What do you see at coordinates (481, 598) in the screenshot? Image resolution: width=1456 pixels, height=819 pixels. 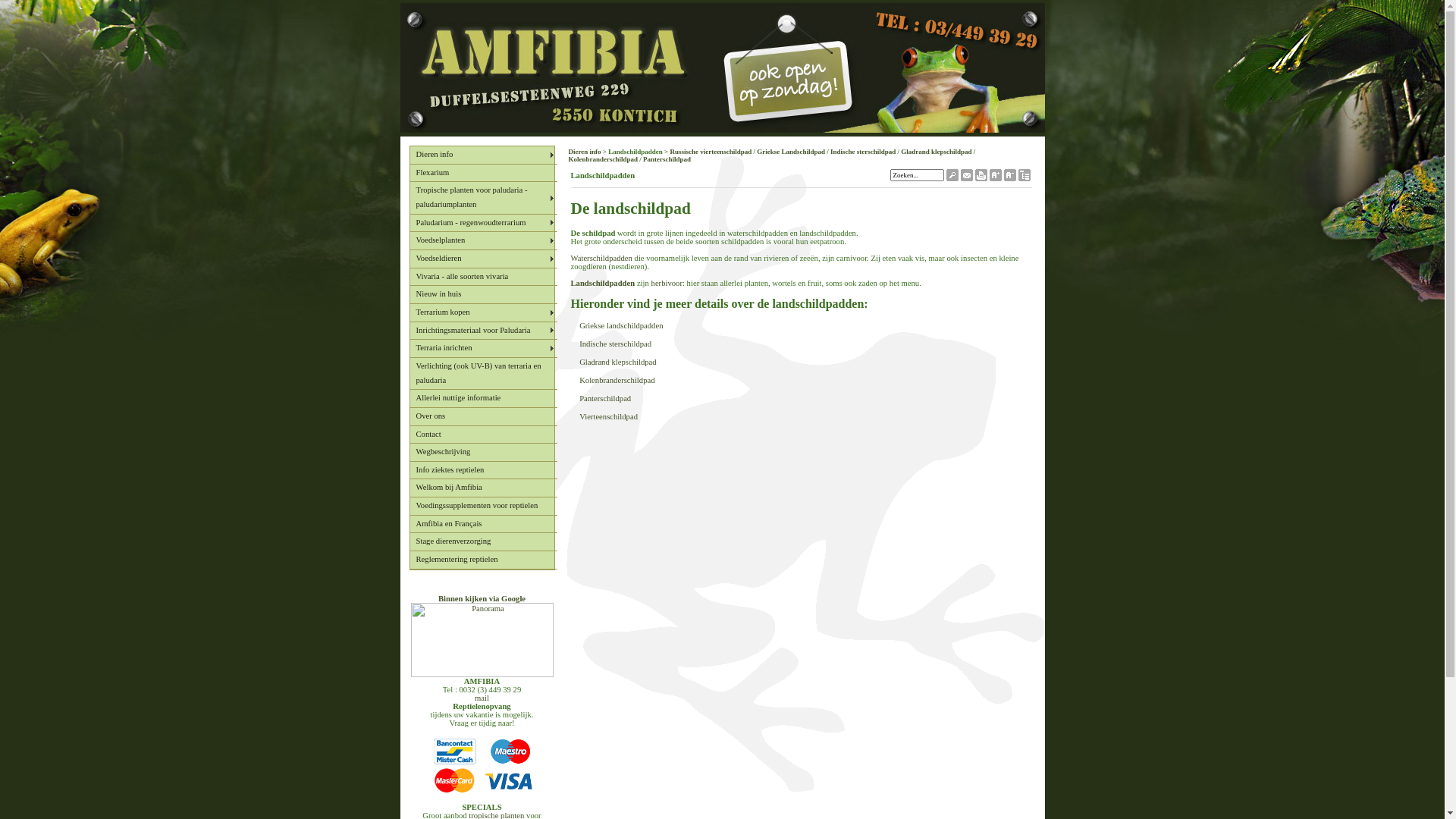 I see `'Binnen kijken via Google'` at bounding box center [481, 598].